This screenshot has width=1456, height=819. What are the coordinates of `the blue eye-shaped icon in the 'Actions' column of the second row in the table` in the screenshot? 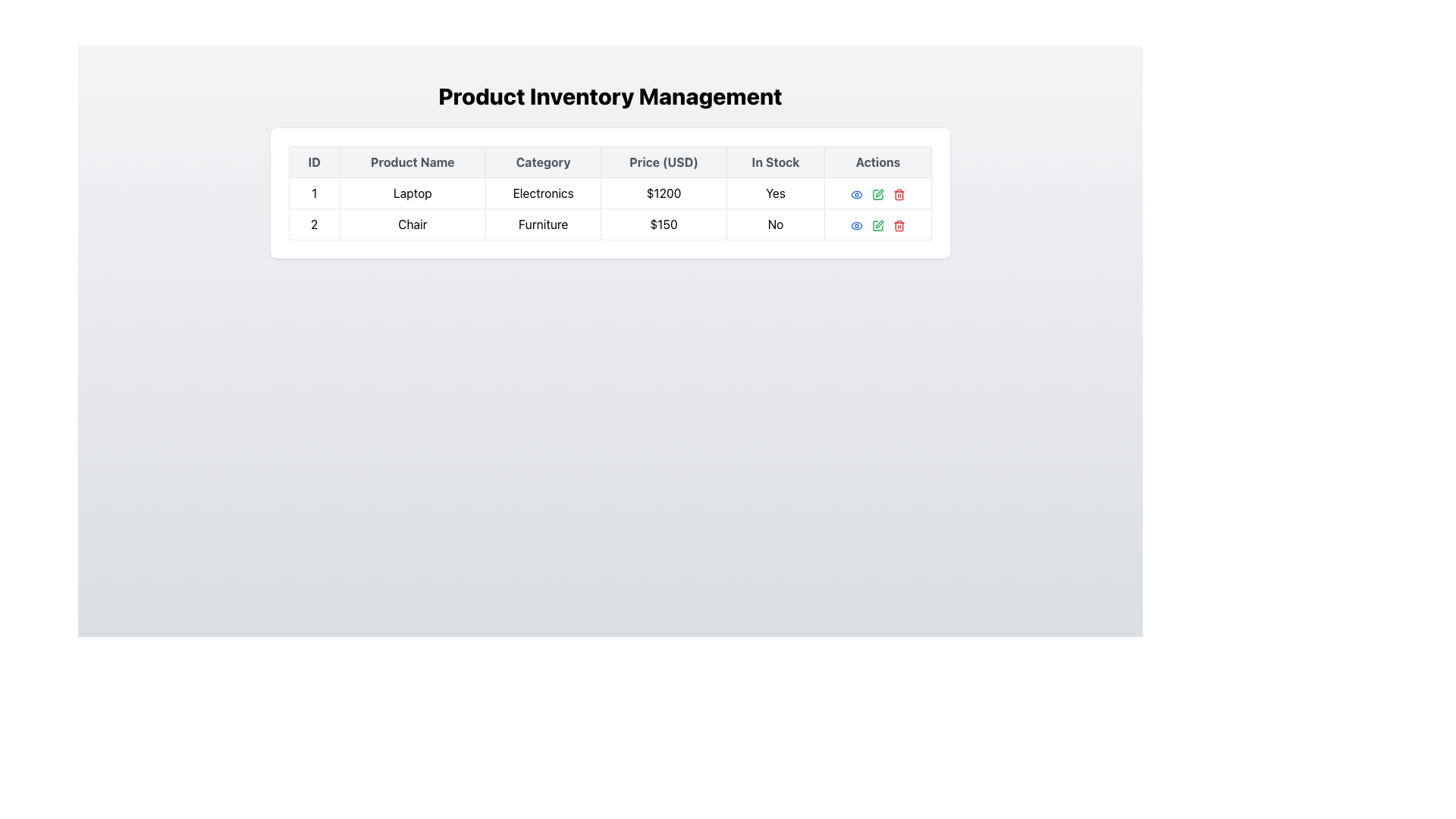 It's located at (856, 192).